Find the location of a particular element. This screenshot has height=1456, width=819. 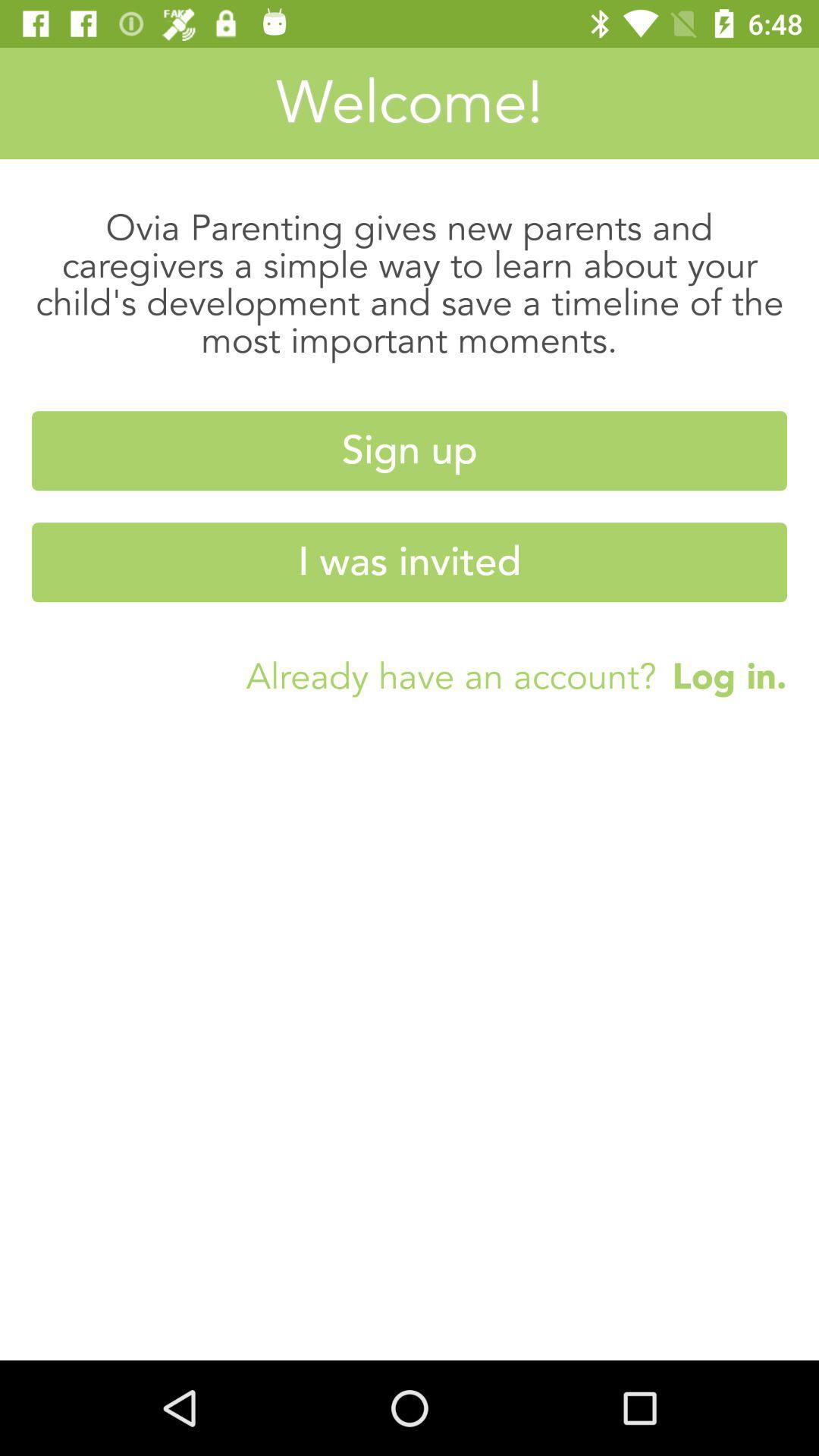

sign up is located at coordinates (409, 450).